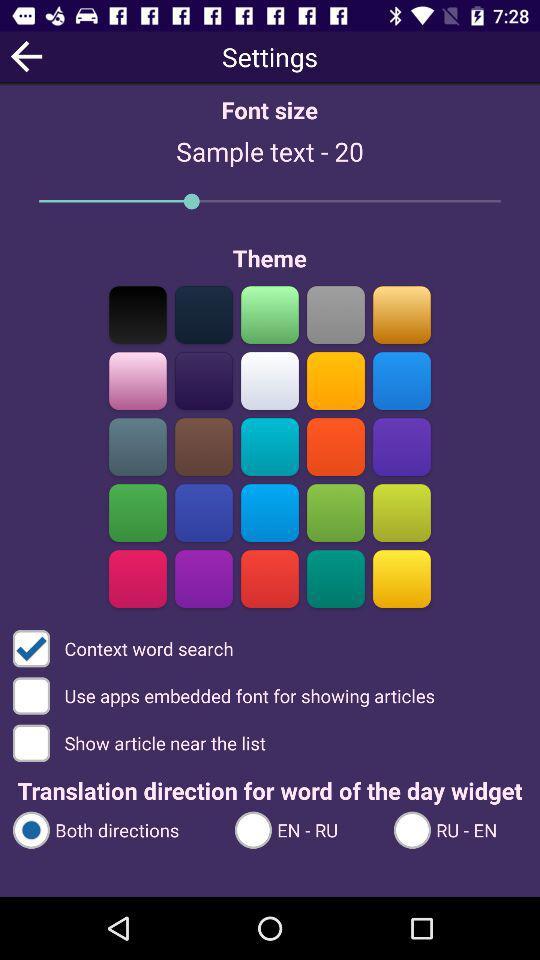 The image size is (540, 960). What do you see at coordinates (25, 55) in the screenshot?
I see `go back` at bounding box center [25, 55].